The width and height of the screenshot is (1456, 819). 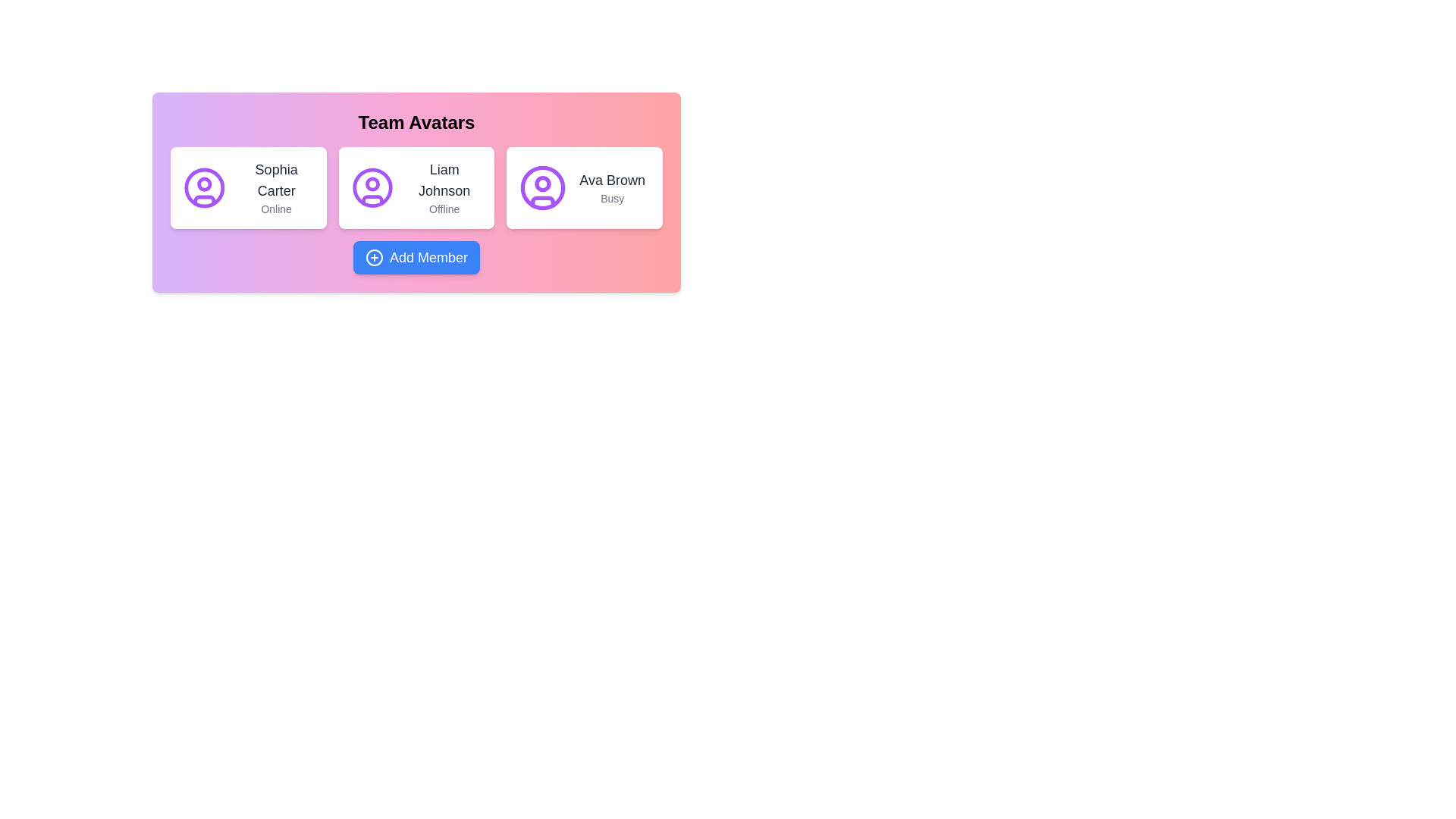 What do you see at coordinates (372, 199) in the screenshot?
I see `the graphic decoration located beneath the circular outline of the 'Liam Johnson' user avatar icon` at bounding box center [372, 199].